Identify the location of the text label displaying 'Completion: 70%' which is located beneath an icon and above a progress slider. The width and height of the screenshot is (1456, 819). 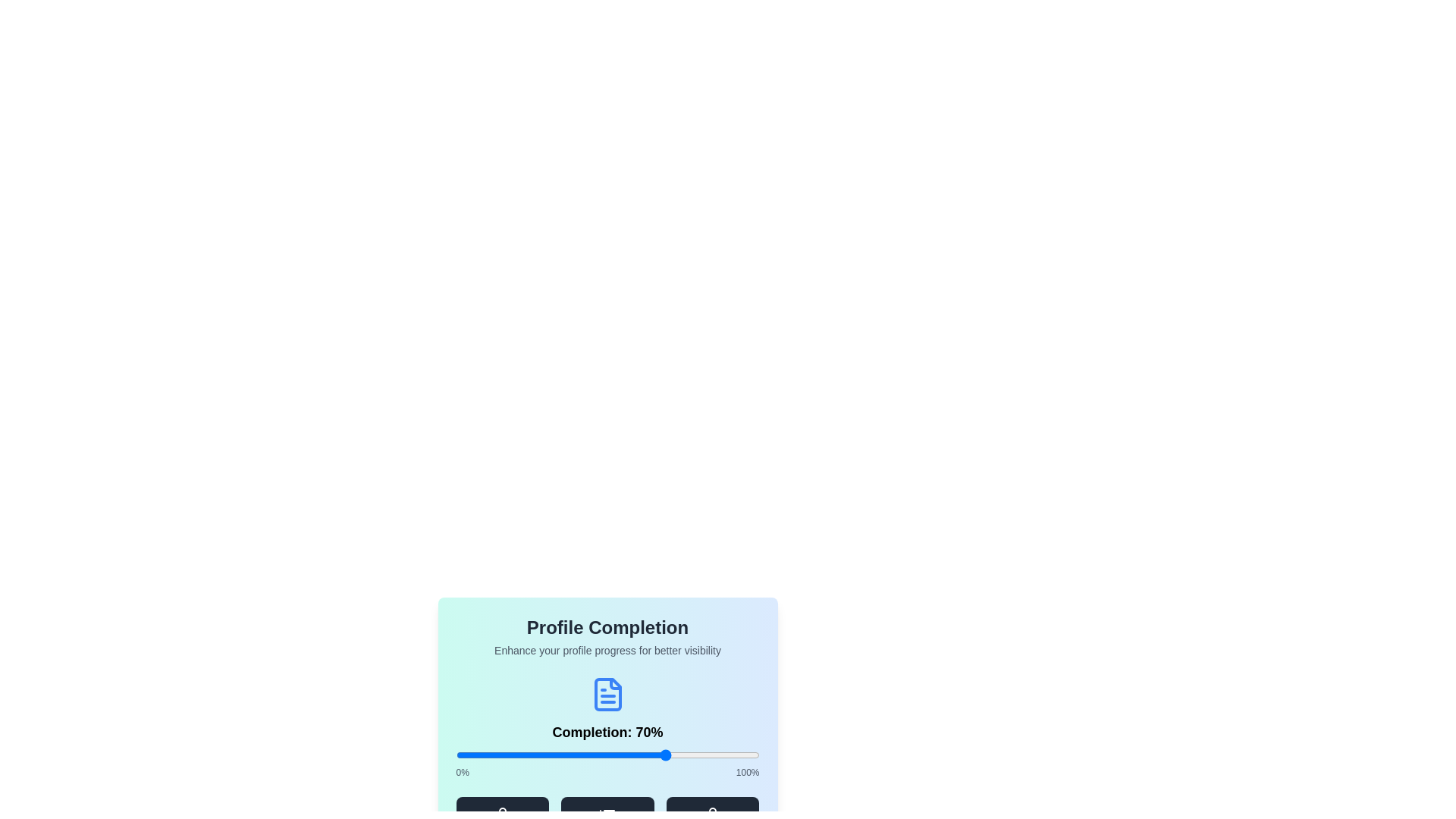
(607, 731).